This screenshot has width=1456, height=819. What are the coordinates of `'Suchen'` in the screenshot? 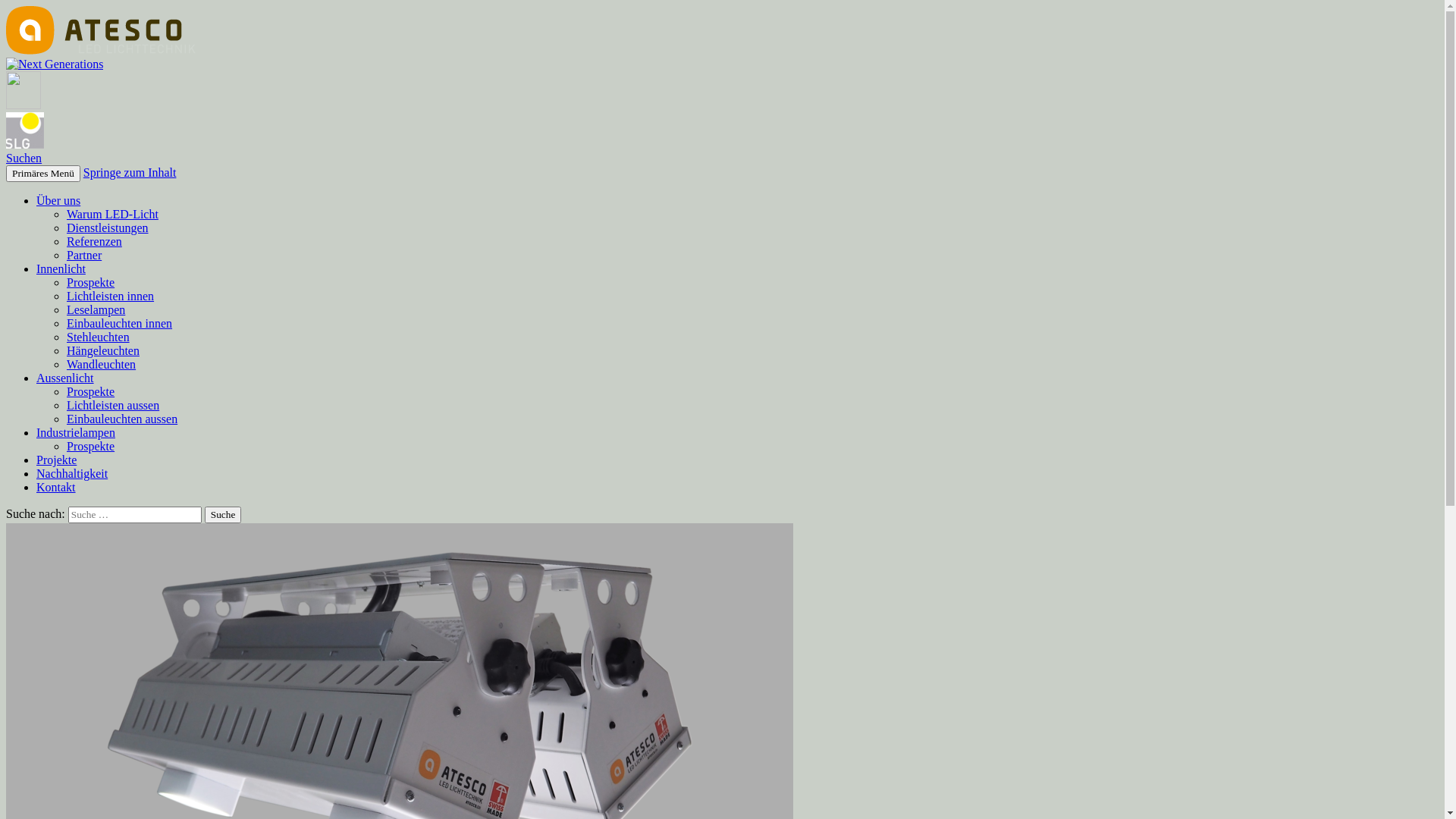 It's located at (24, 158).